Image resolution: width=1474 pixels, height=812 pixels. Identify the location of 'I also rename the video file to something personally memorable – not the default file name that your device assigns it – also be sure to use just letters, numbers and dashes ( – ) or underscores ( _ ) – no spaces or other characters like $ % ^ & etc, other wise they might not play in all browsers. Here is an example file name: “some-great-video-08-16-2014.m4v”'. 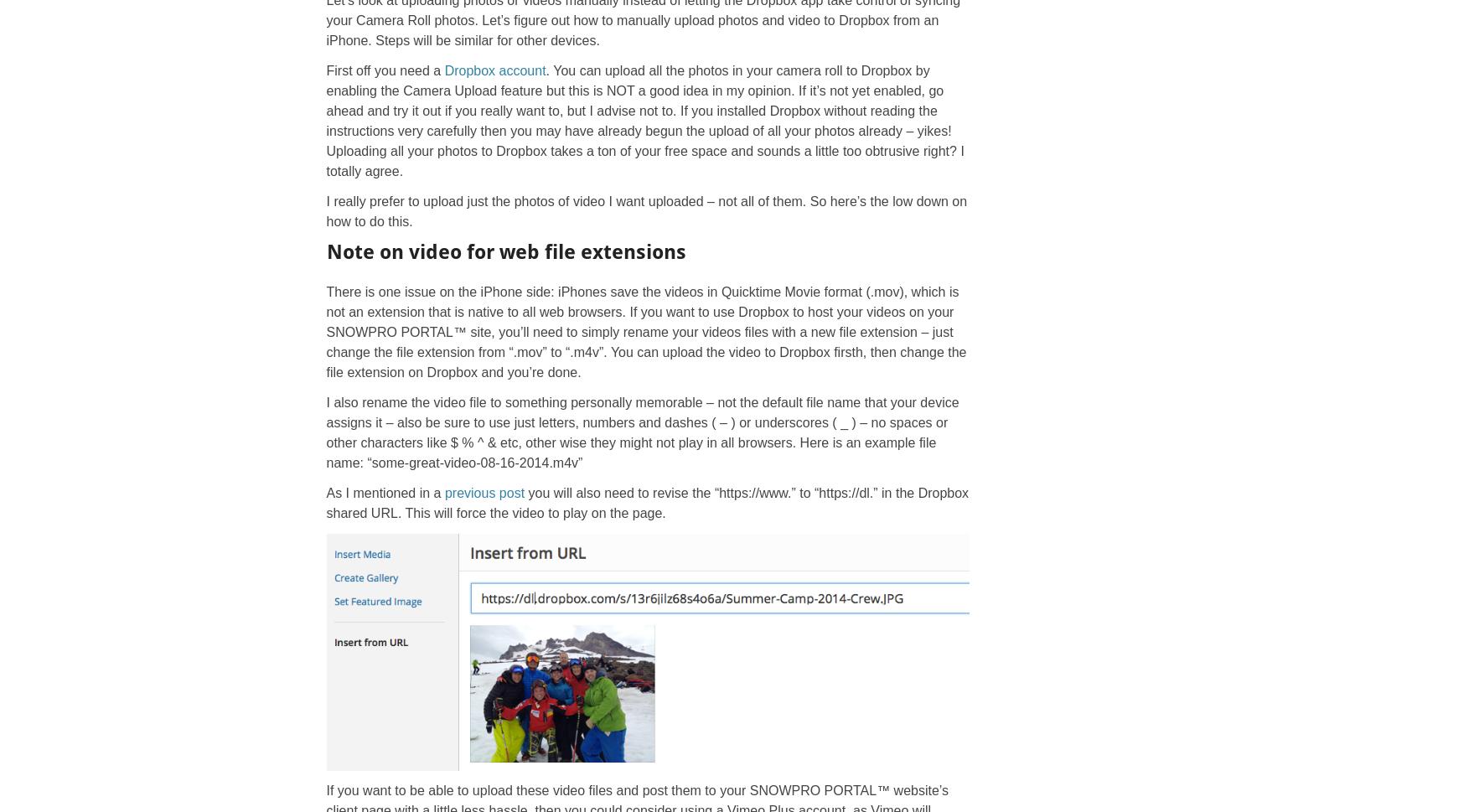
(642, 432).